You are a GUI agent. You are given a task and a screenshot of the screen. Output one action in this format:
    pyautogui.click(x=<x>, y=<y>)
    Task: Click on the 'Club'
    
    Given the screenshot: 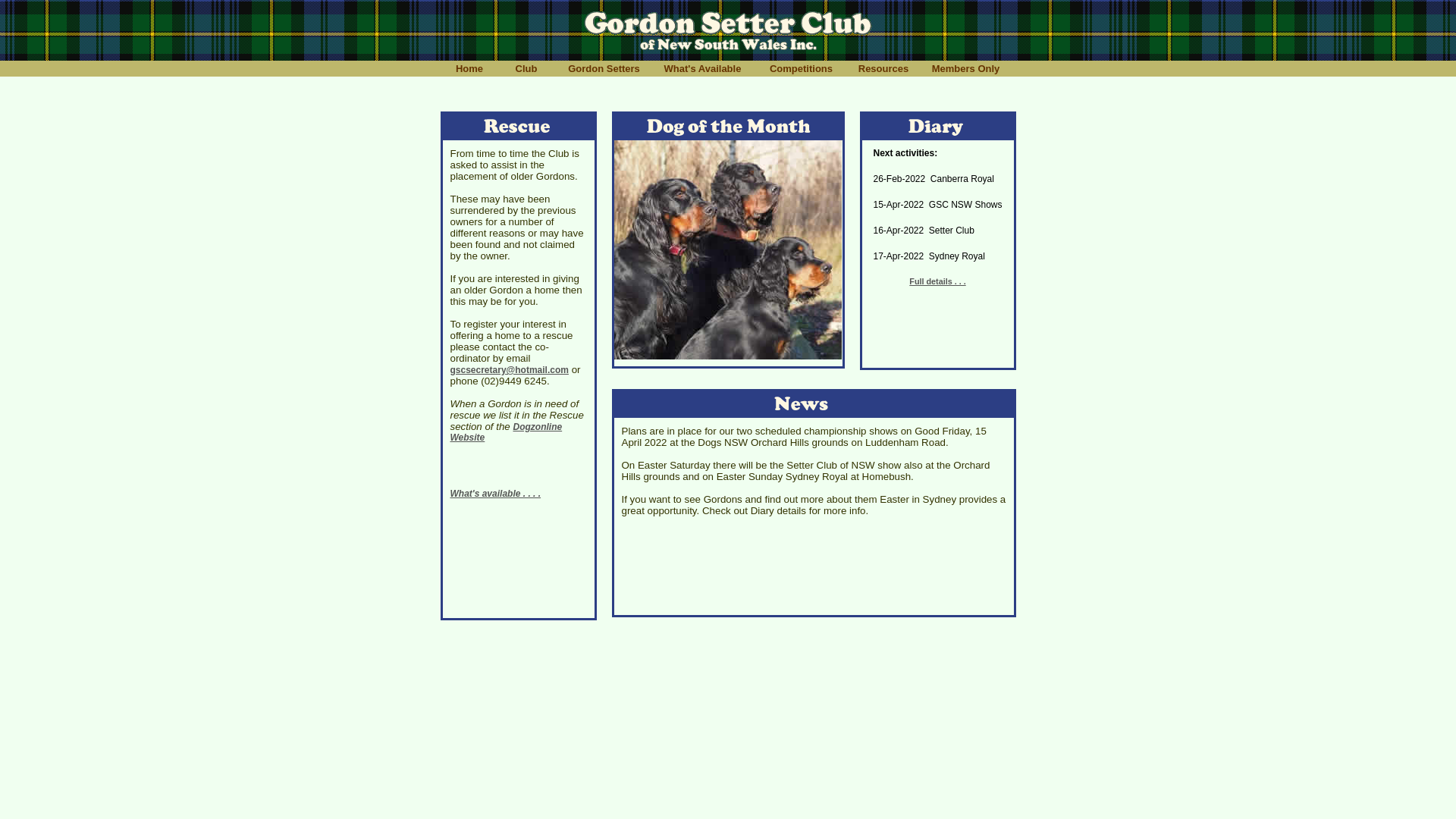 What is the action you would take?
    pyautogui.click(x=497, y=68)
    